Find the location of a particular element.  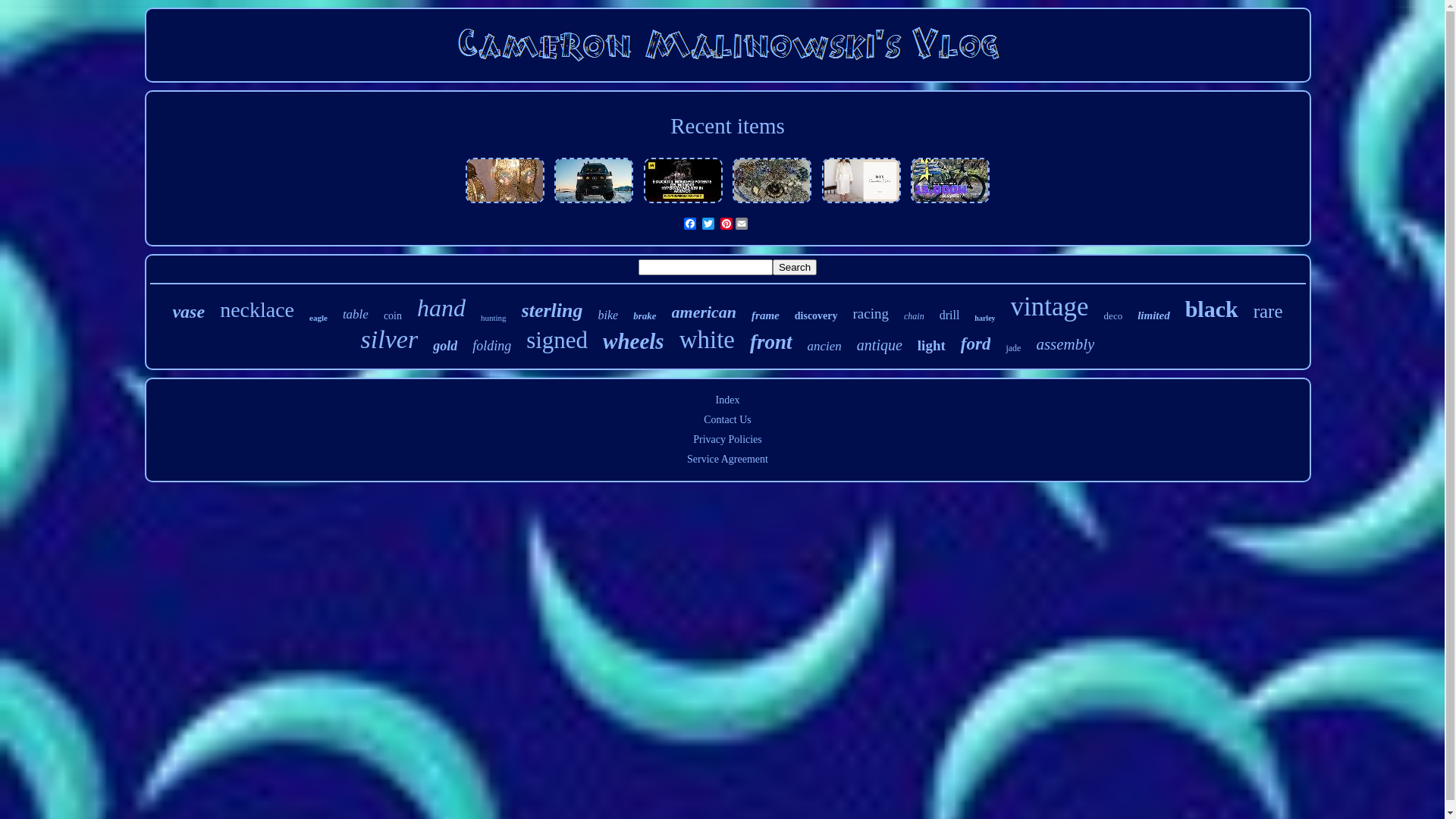

'brake' is located at coordinates (644, 315).